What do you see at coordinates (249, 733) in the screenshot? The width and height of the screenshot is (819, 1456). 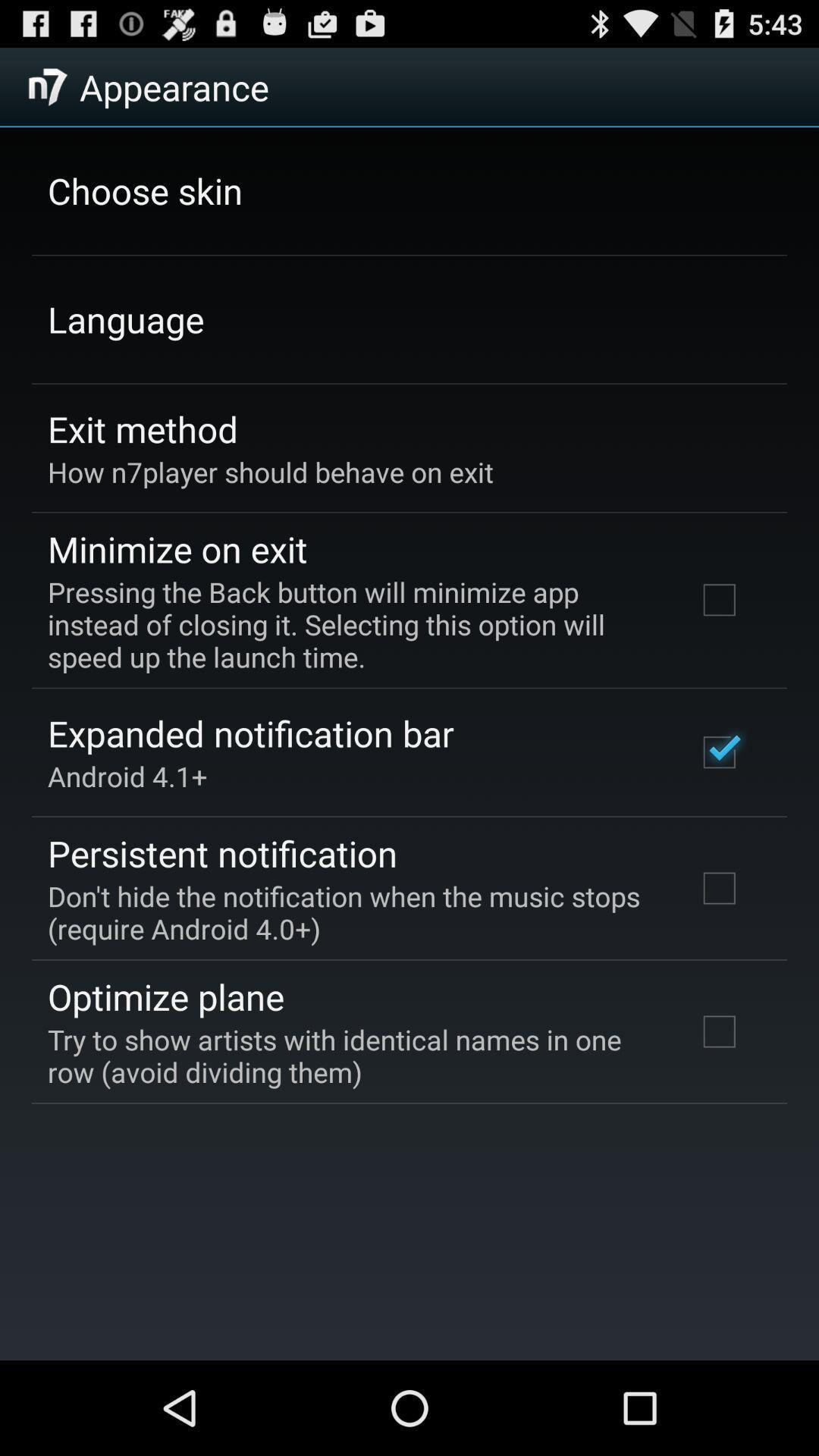 I see `the icon below the pressing the back` at bounding box center [249, 733].